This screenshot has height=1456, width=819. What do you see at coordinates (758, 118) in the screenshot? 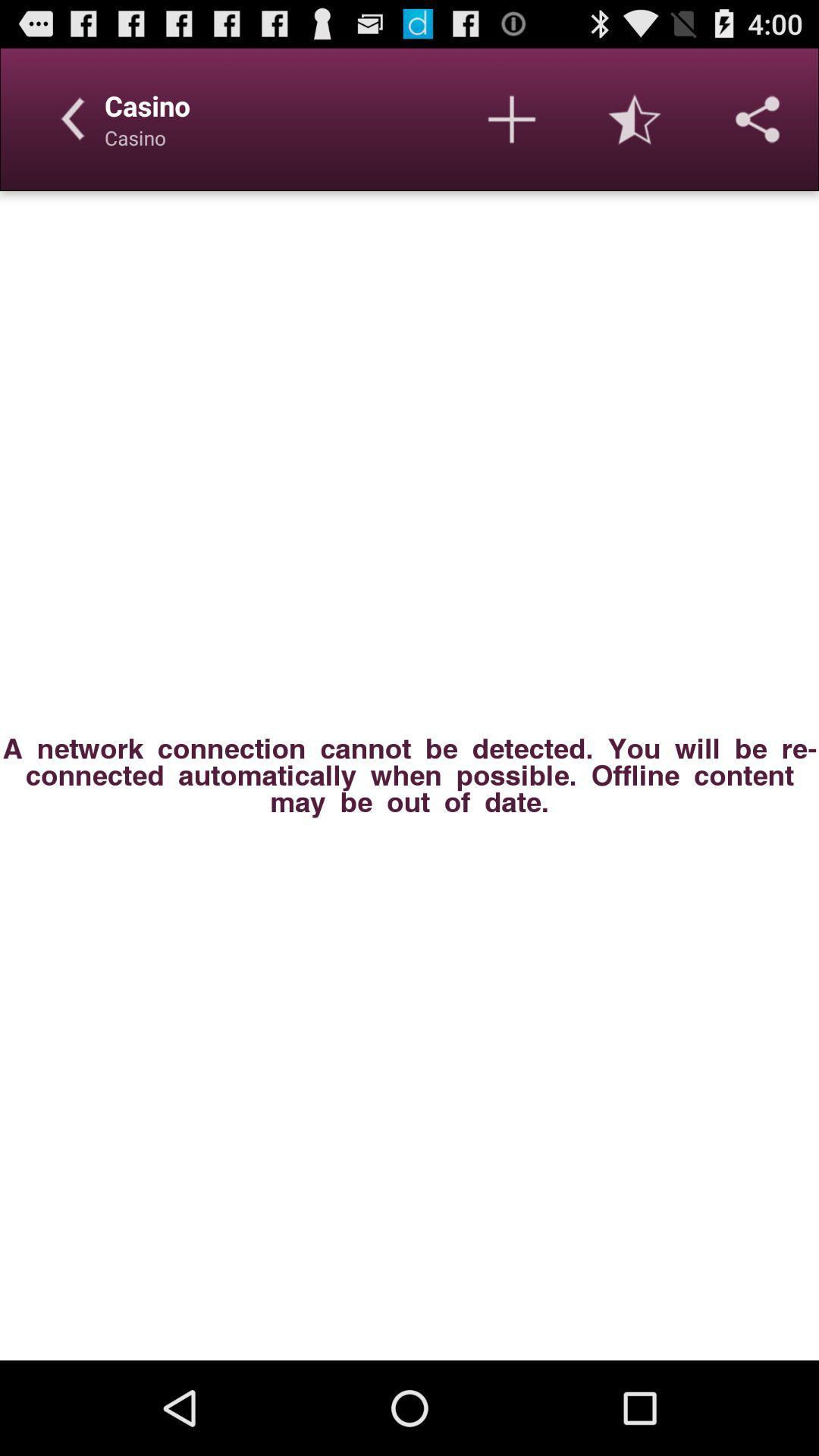
I see `item above the a network connection` at bounding box center [758, 118].